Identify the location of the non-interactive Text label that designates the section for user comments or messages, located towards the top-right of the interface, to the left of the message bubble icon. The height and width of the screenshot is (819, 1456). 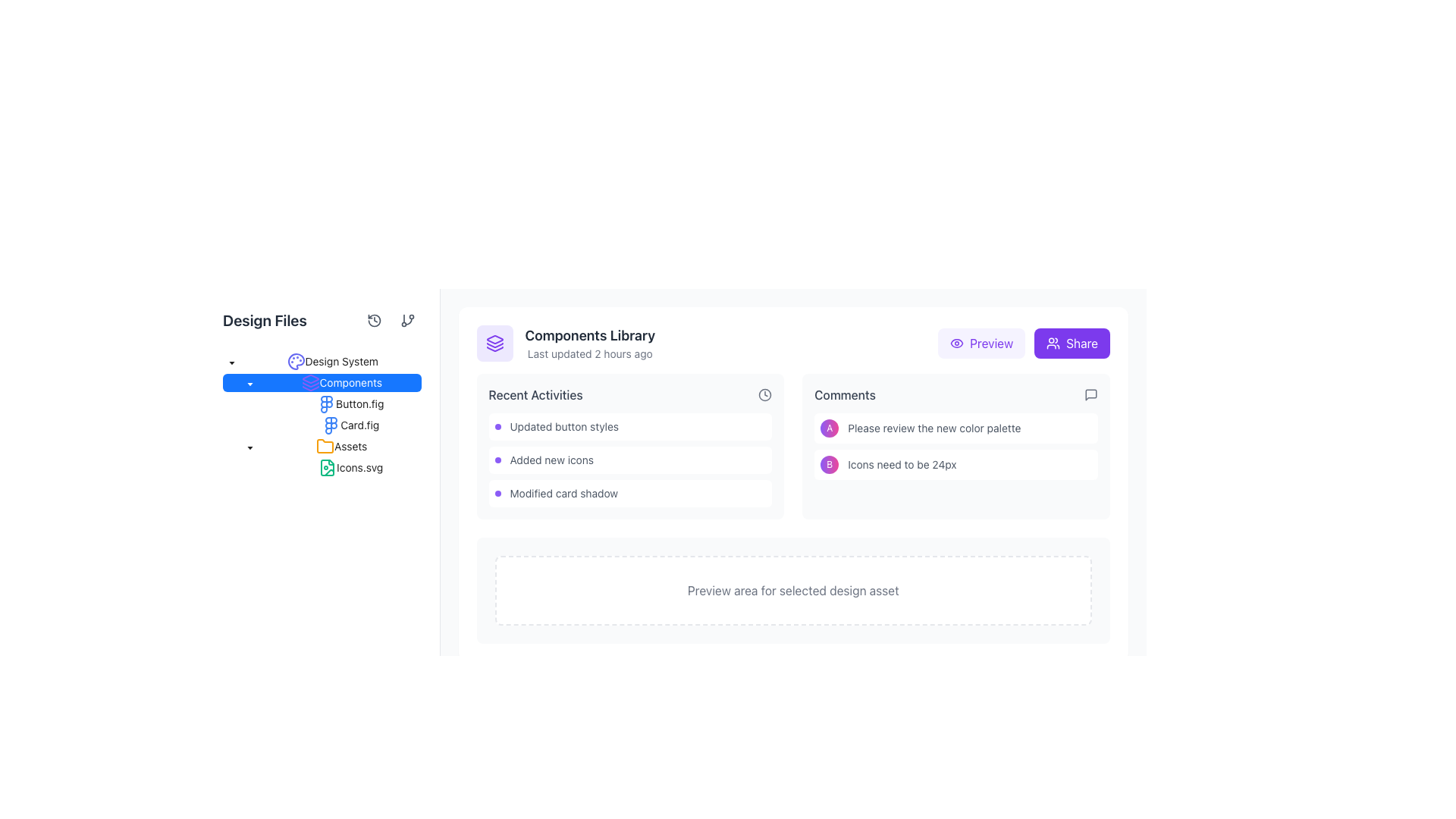
(844, 394).